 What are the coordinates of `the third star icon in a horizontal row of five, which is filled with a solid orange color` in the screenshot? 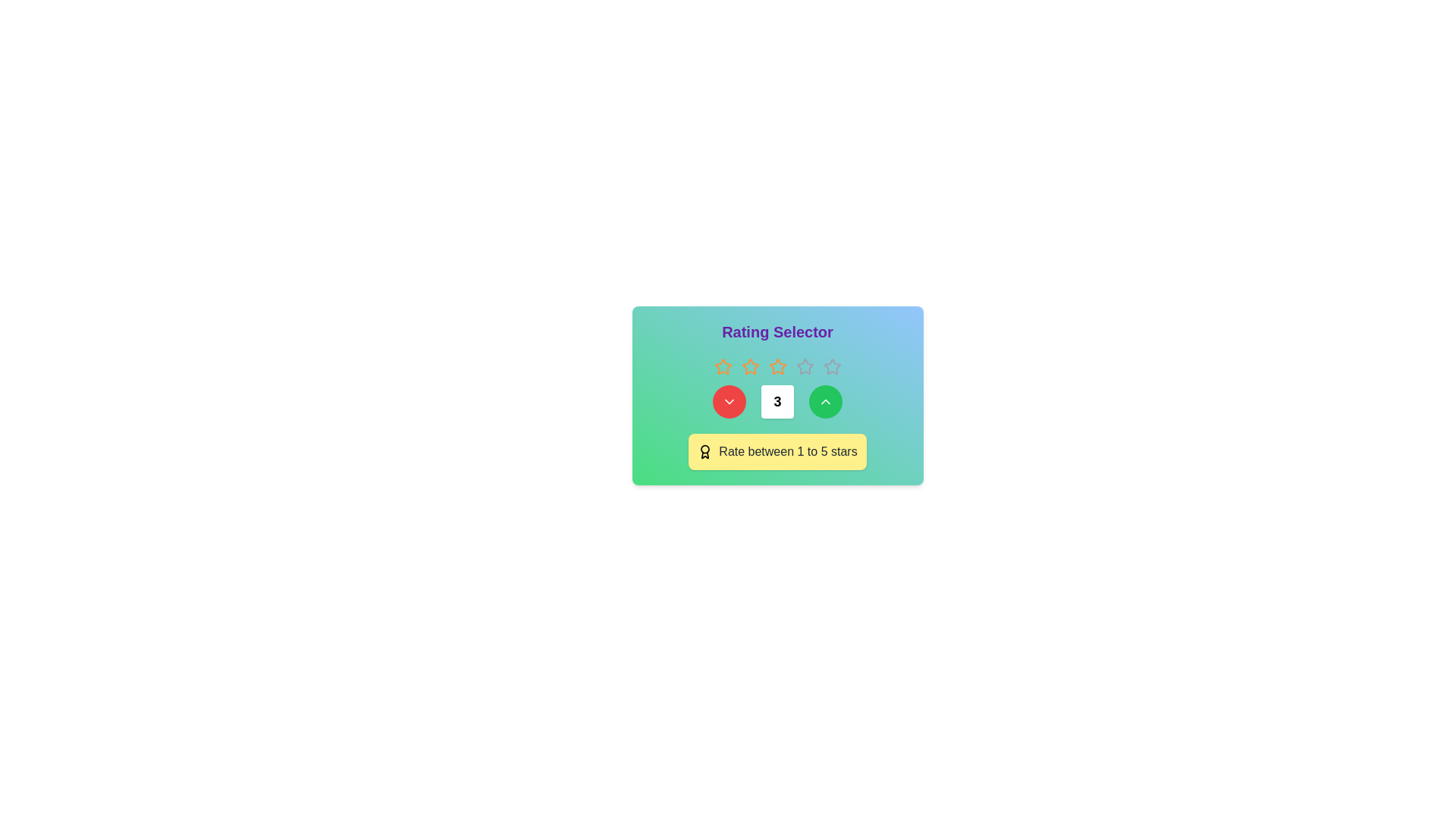 It's located at (777, 366).